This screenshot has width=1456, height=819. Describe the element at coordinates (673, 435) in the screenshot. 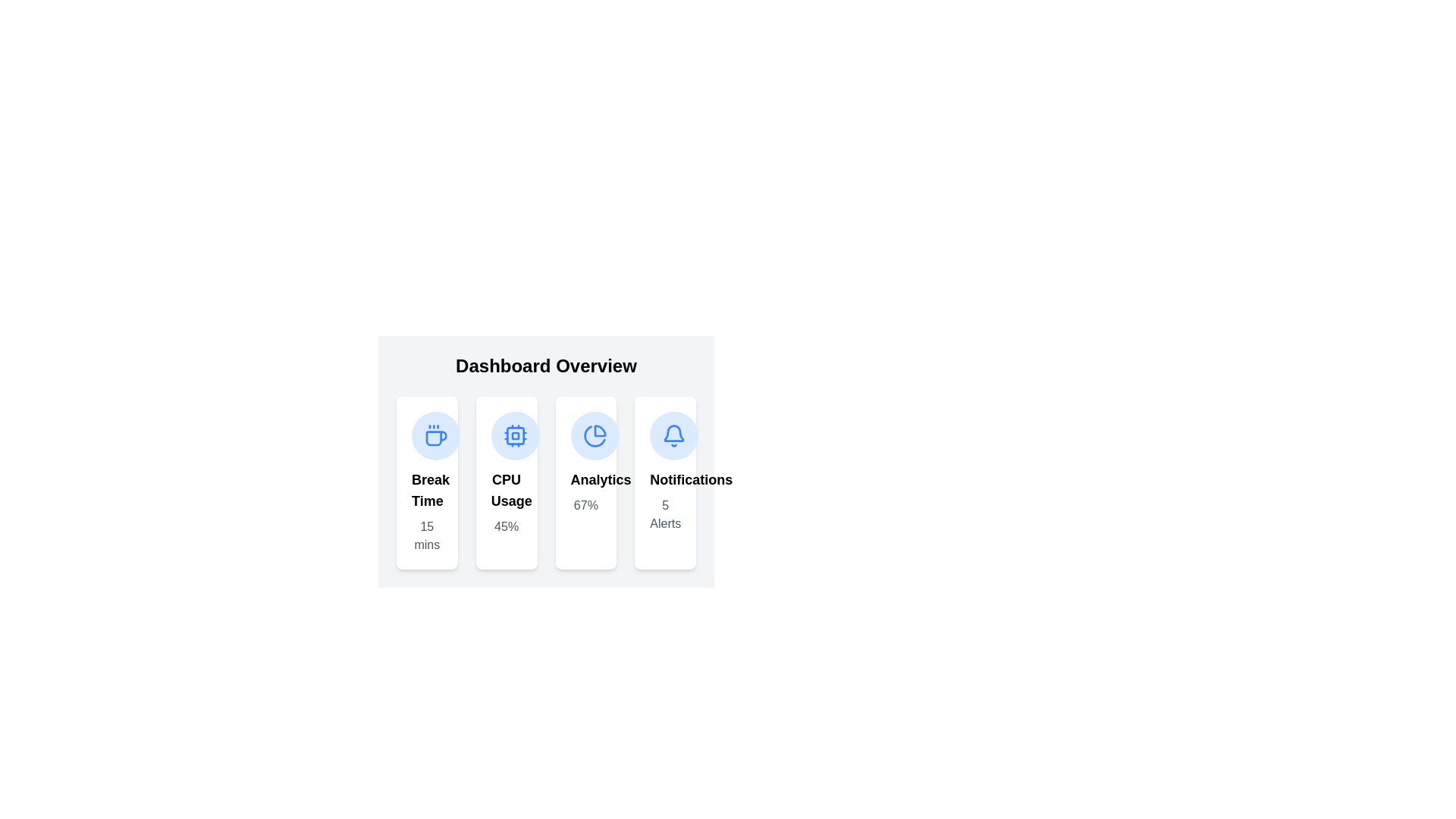

I see `the circular notification icon with a bell shape, which has a blue outline and is located at the top section of the card labeled 'Notifications 5 Alerts'` at that location.